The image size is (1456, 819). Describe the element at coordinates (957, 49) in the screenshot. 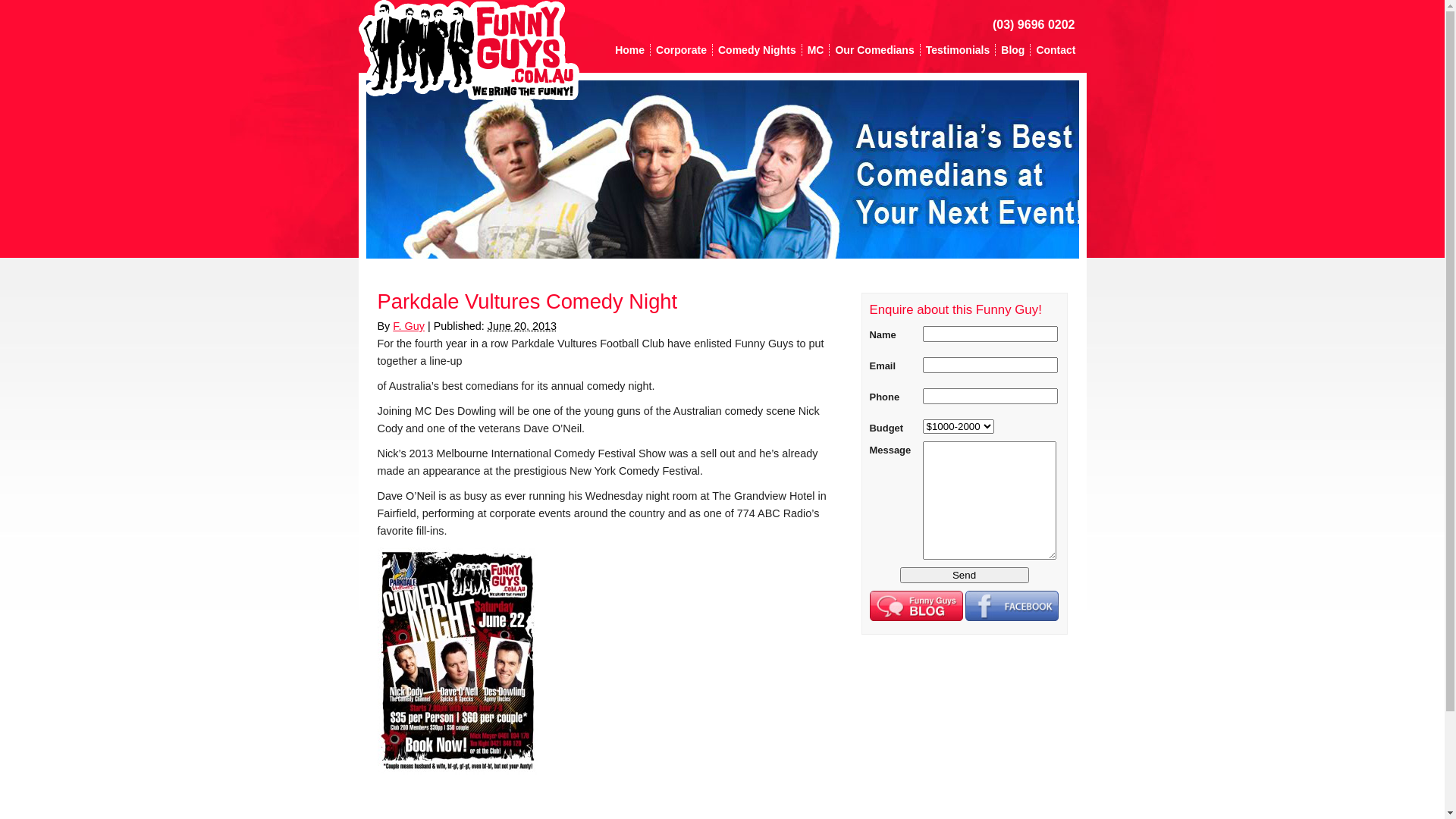

I see `'Testimonials'` at that location.